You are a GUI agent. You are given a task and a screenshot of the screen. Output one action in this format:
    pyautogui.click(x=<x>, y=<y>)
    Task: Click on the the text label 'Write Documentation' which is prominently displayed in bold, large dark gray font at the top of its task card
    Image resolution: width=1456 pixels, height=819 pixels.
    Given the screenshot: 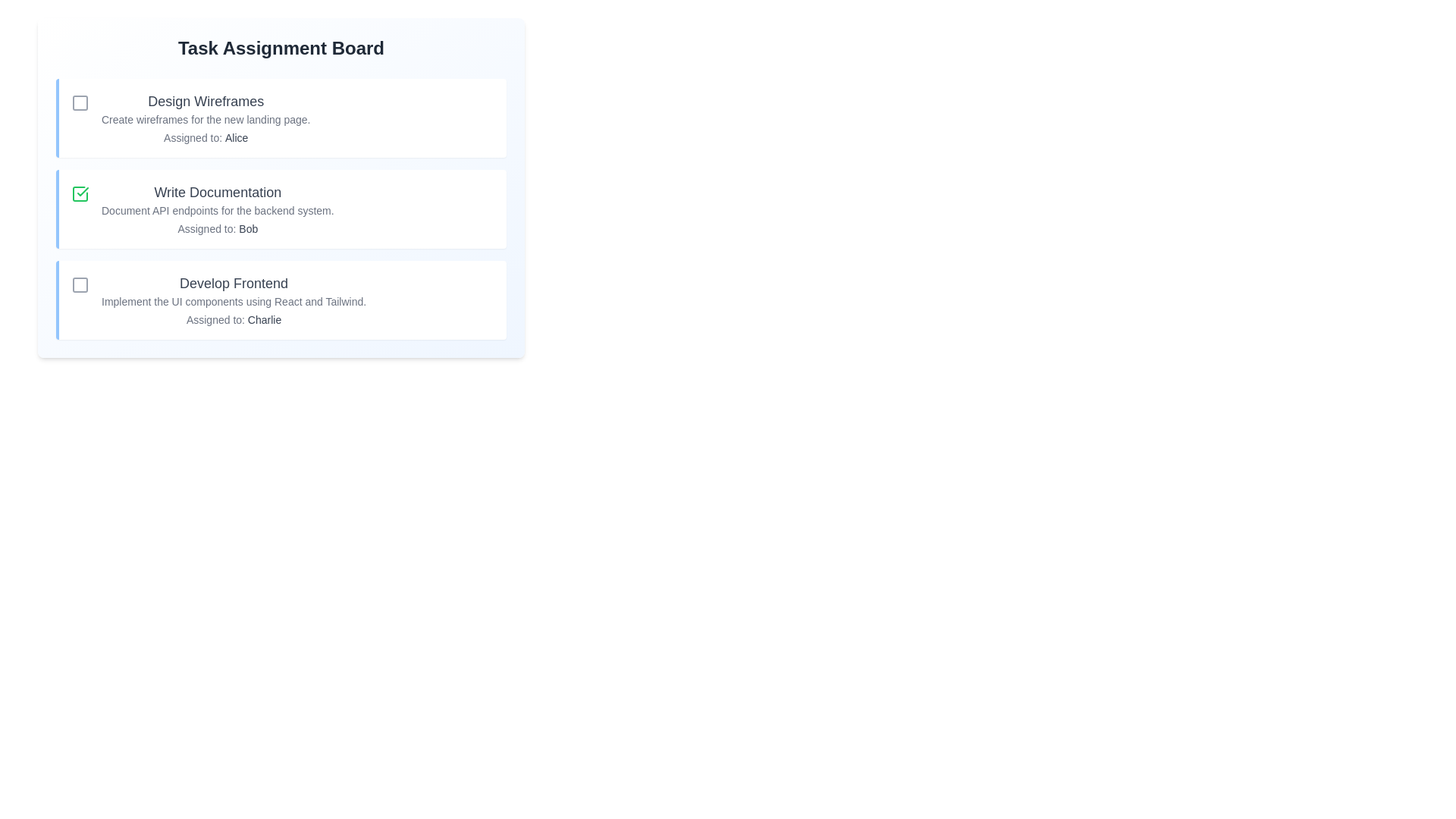 What is the action you would take?
    pyautogui.click(x=217, y=192)
    